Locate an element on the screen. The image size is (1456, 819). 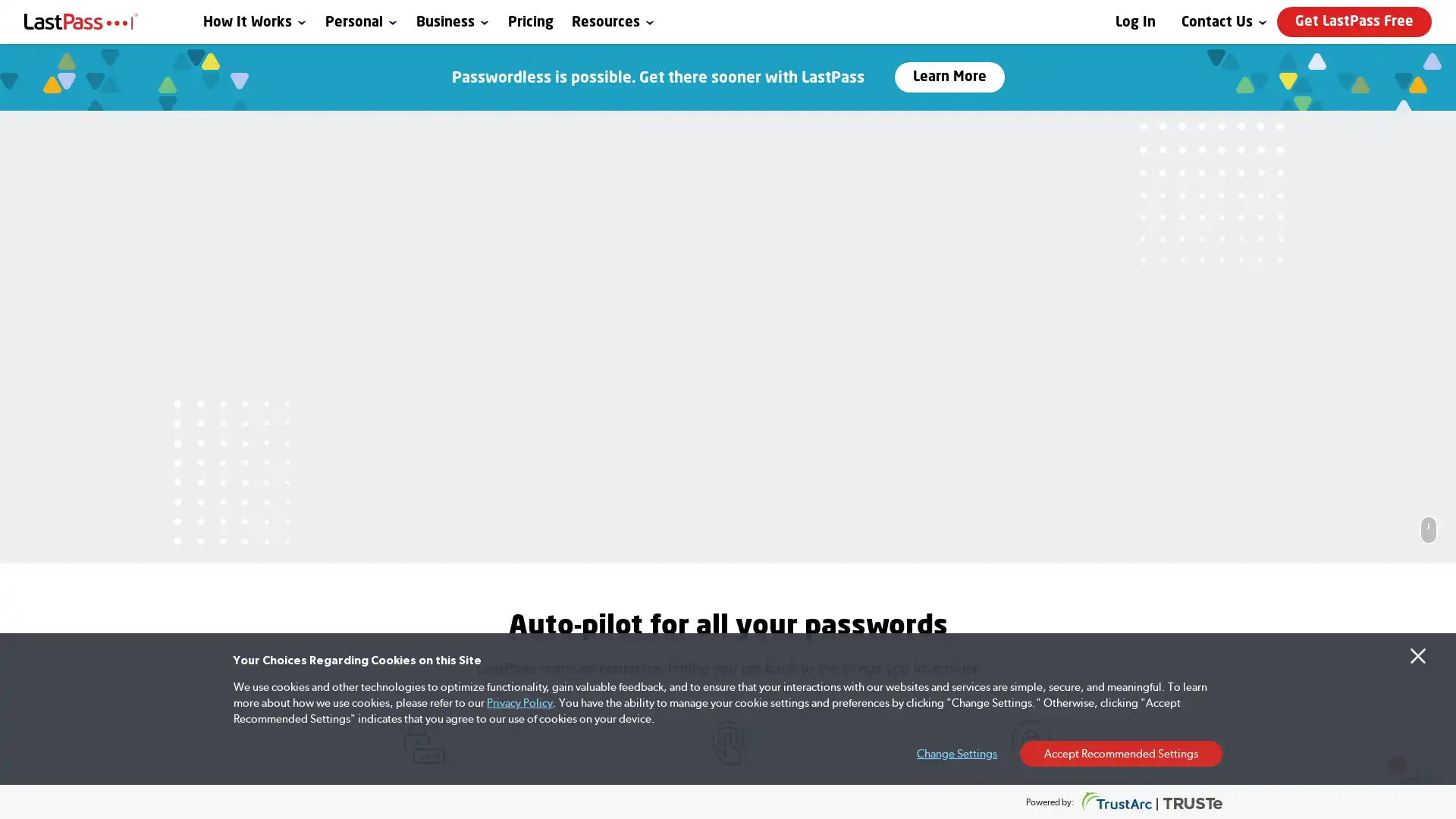
close is located at coordinates (1175, 526).